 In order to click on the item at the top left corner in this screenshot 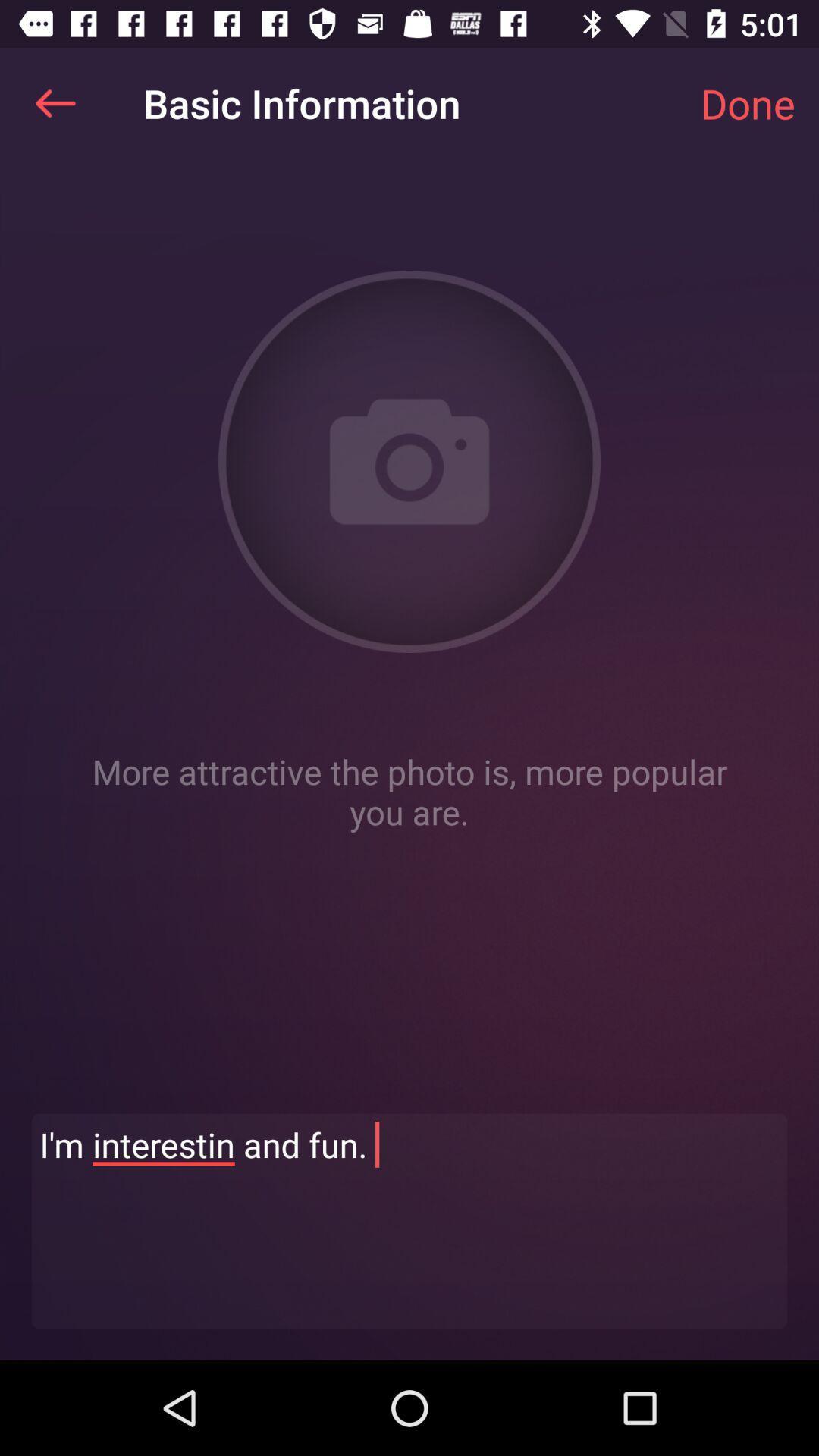, I will do `click(55, 102)`.